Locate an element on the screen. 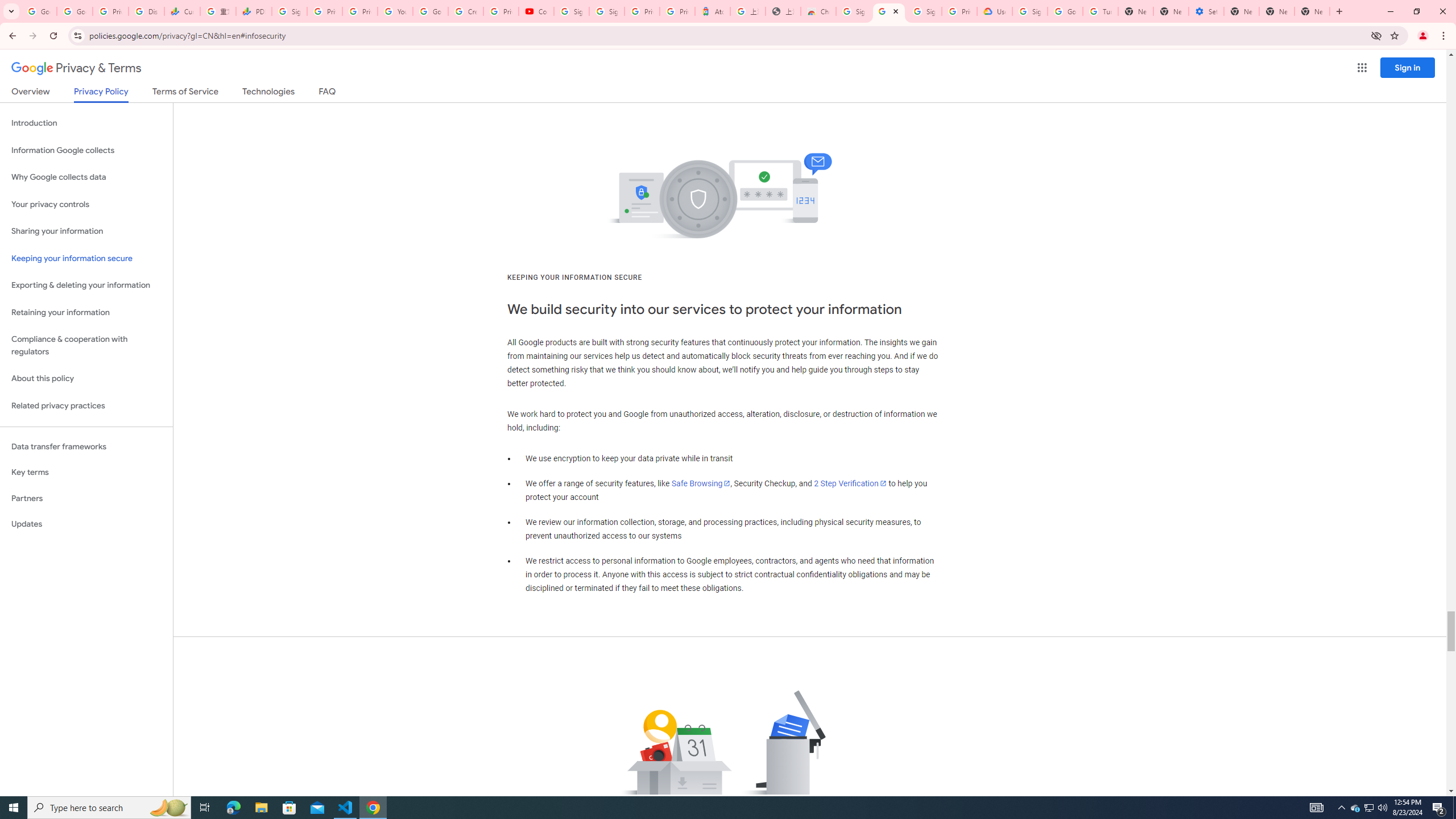 The height and width of the screenshot is (819, 1456). 'Chrome Web Store - Color themes by Chrome' is located at coordinates (818, 11).